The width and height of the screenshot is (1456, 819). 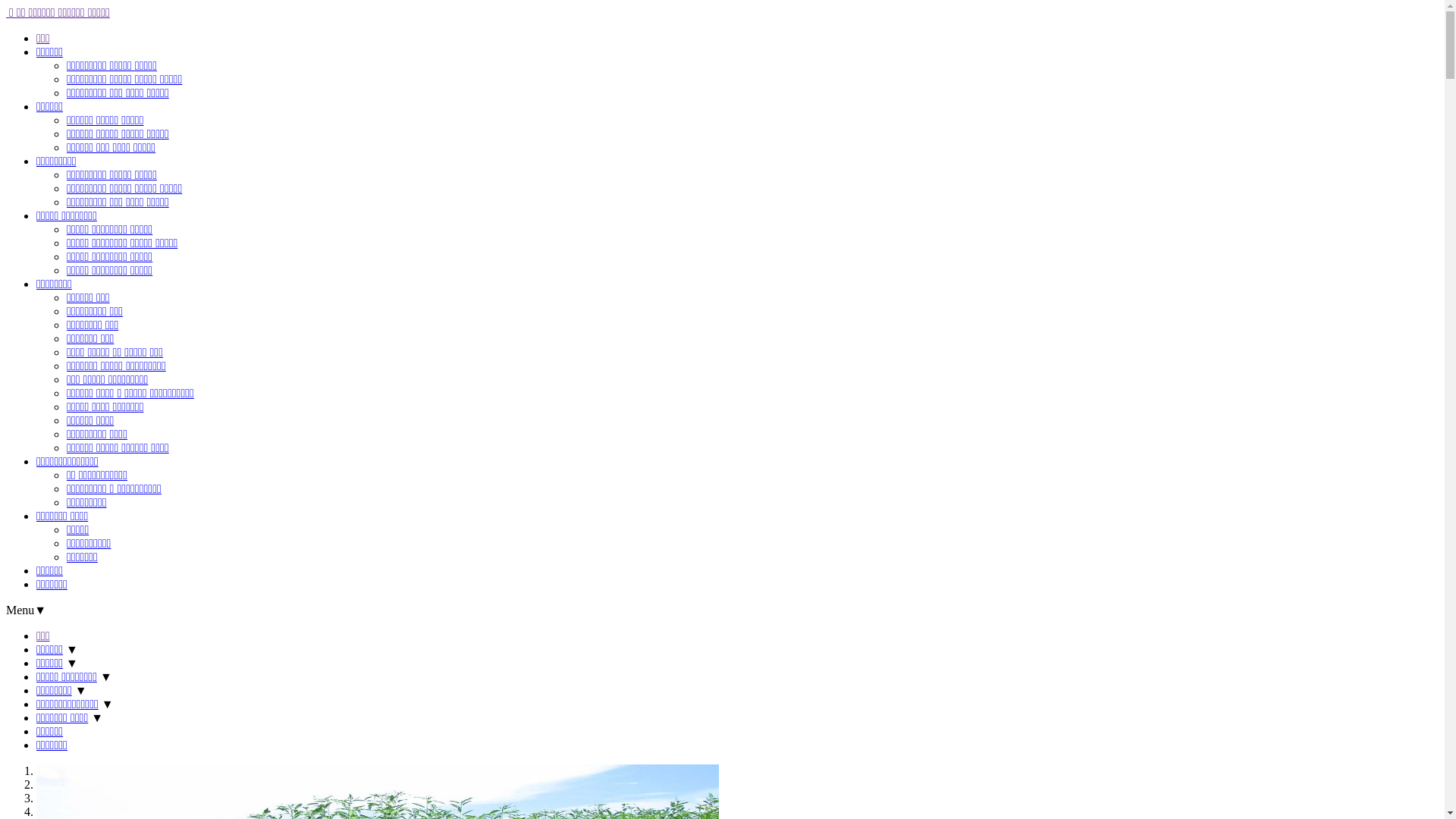 I want to click on '3', so click(x=39, y=797).